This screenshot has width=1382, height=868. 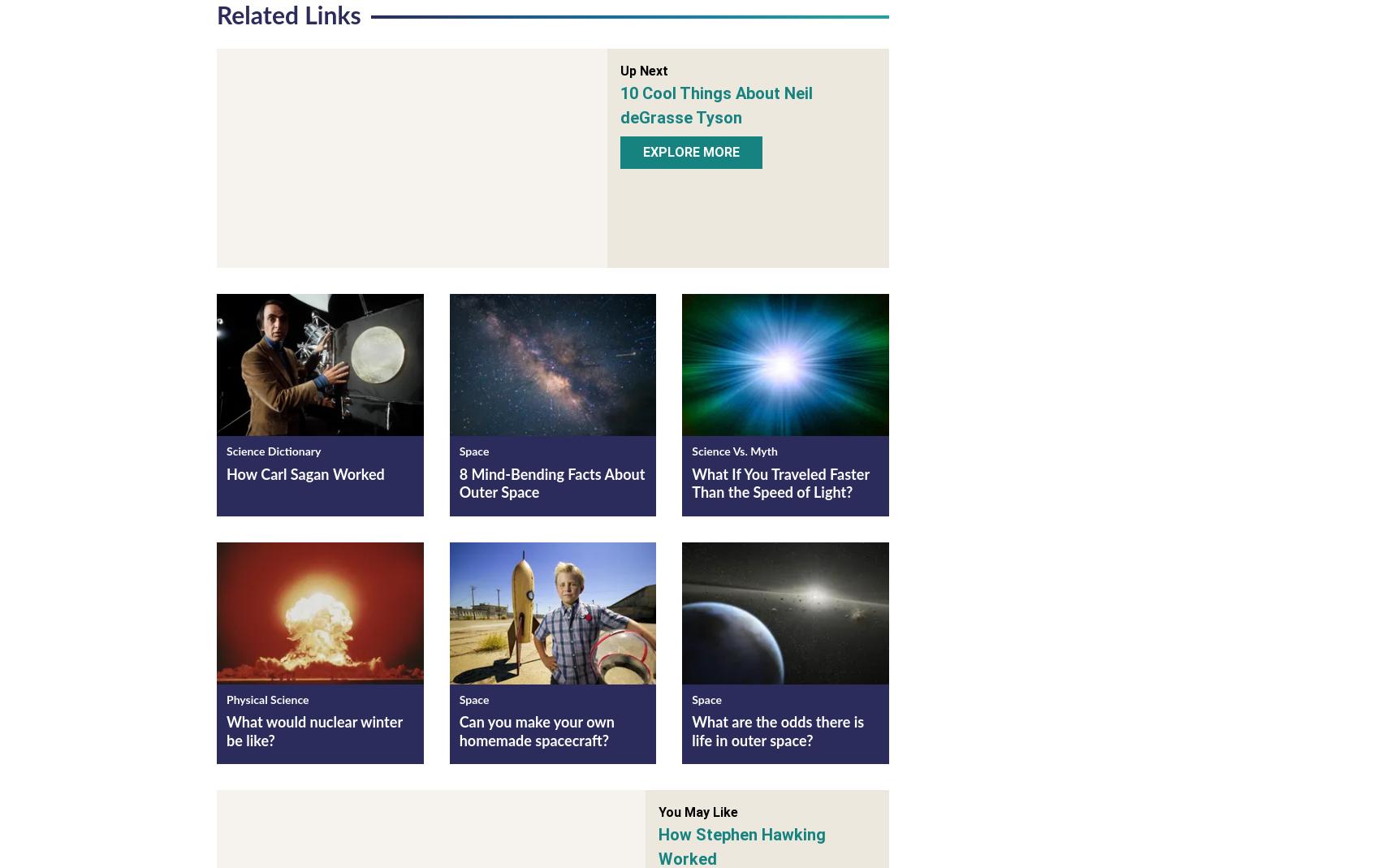 What do you see at coordinates (778, 734) in the screenshot?
I see `'What are the odds there is life in outer space?'` at bounding box center [778, 734].